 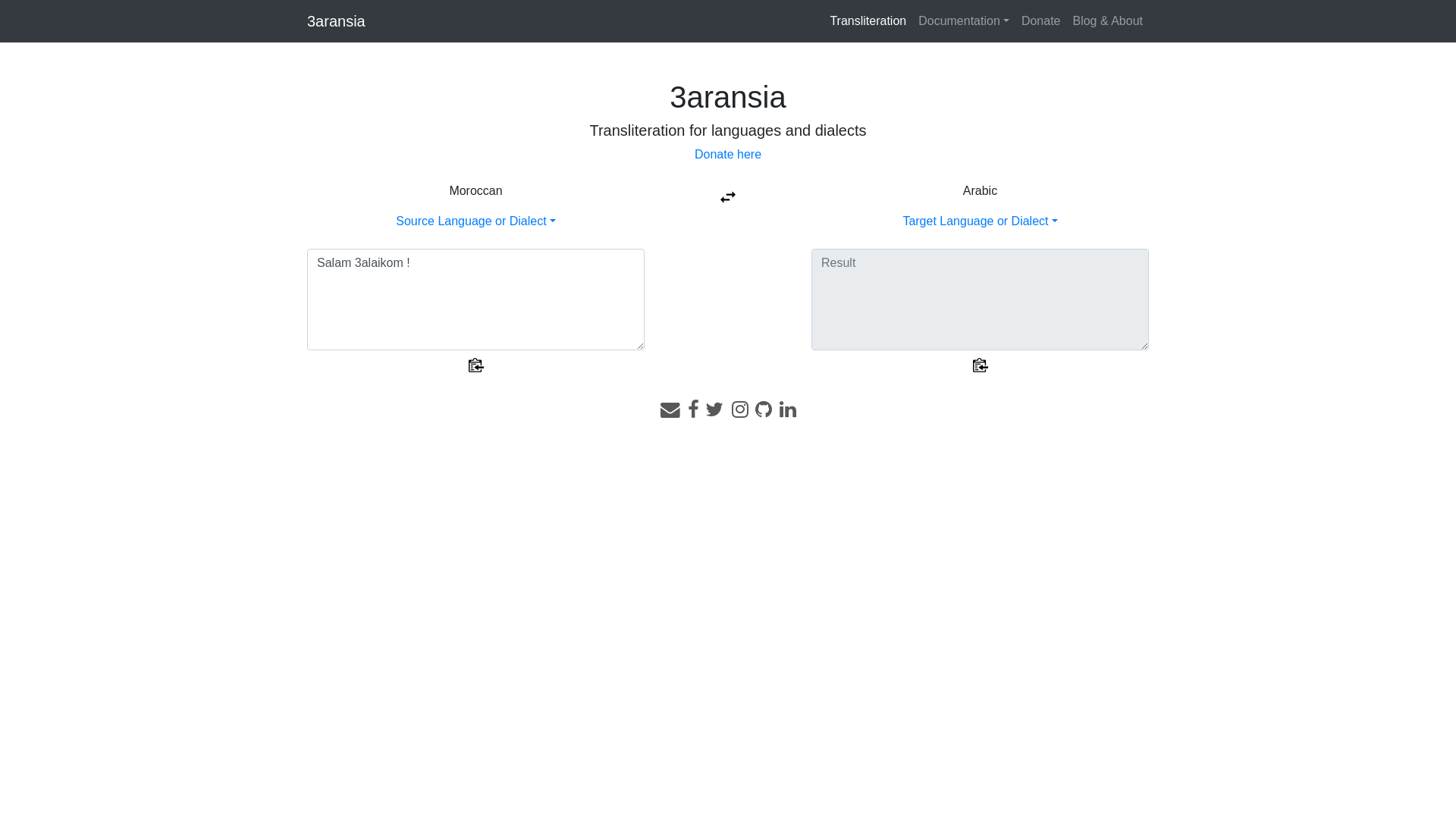 What do you see at coordinates (335, 20) in the screenshot?
I see `'3aransia'` at bounding box center [335, 20].